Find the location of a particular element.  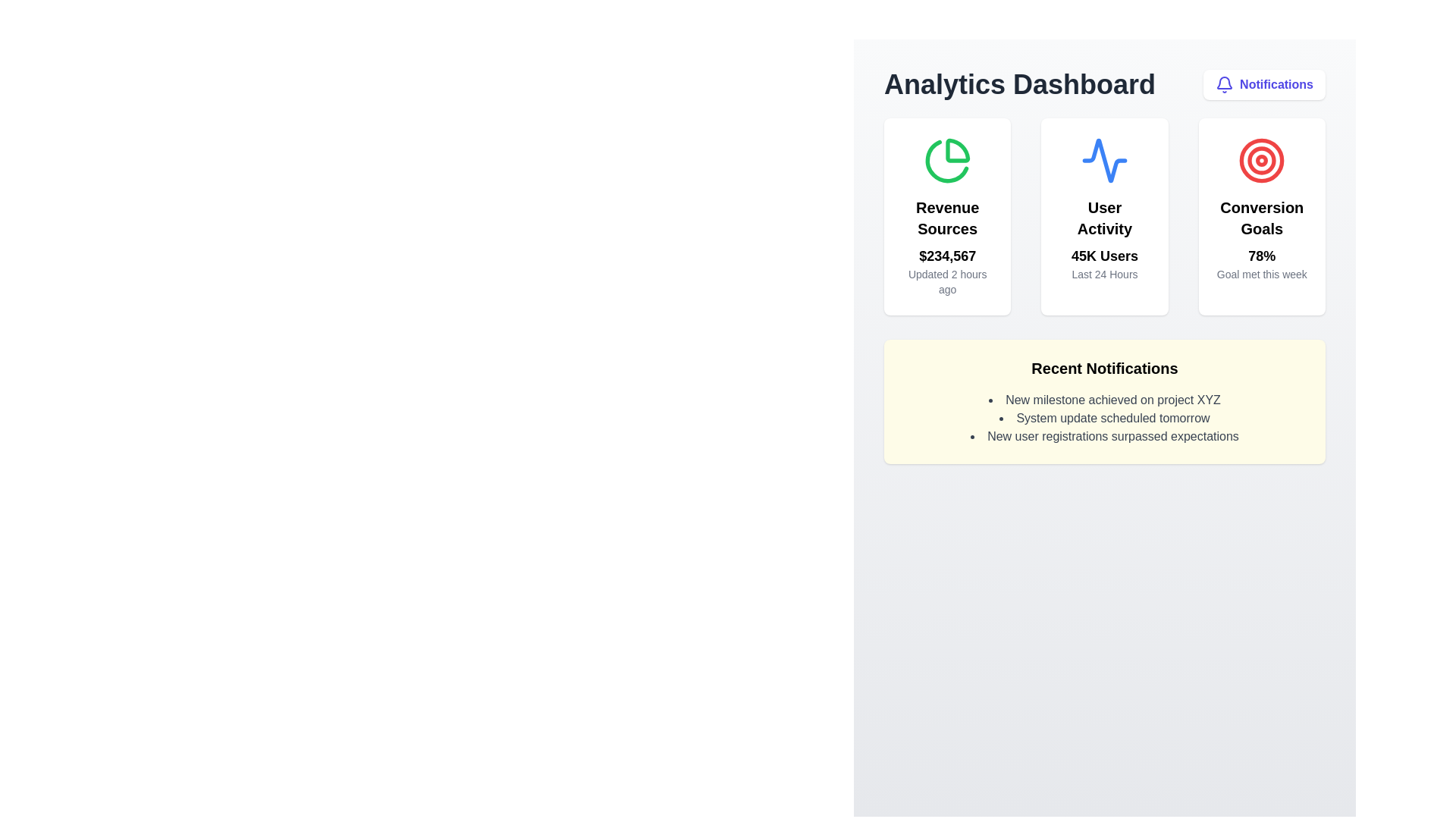

the second circular layer of the 'Conversion Goals' target icon located centrally within the card, which is the third card in the row of three cards near the top of the dashboard interface is located at coordinates (1262, 161).